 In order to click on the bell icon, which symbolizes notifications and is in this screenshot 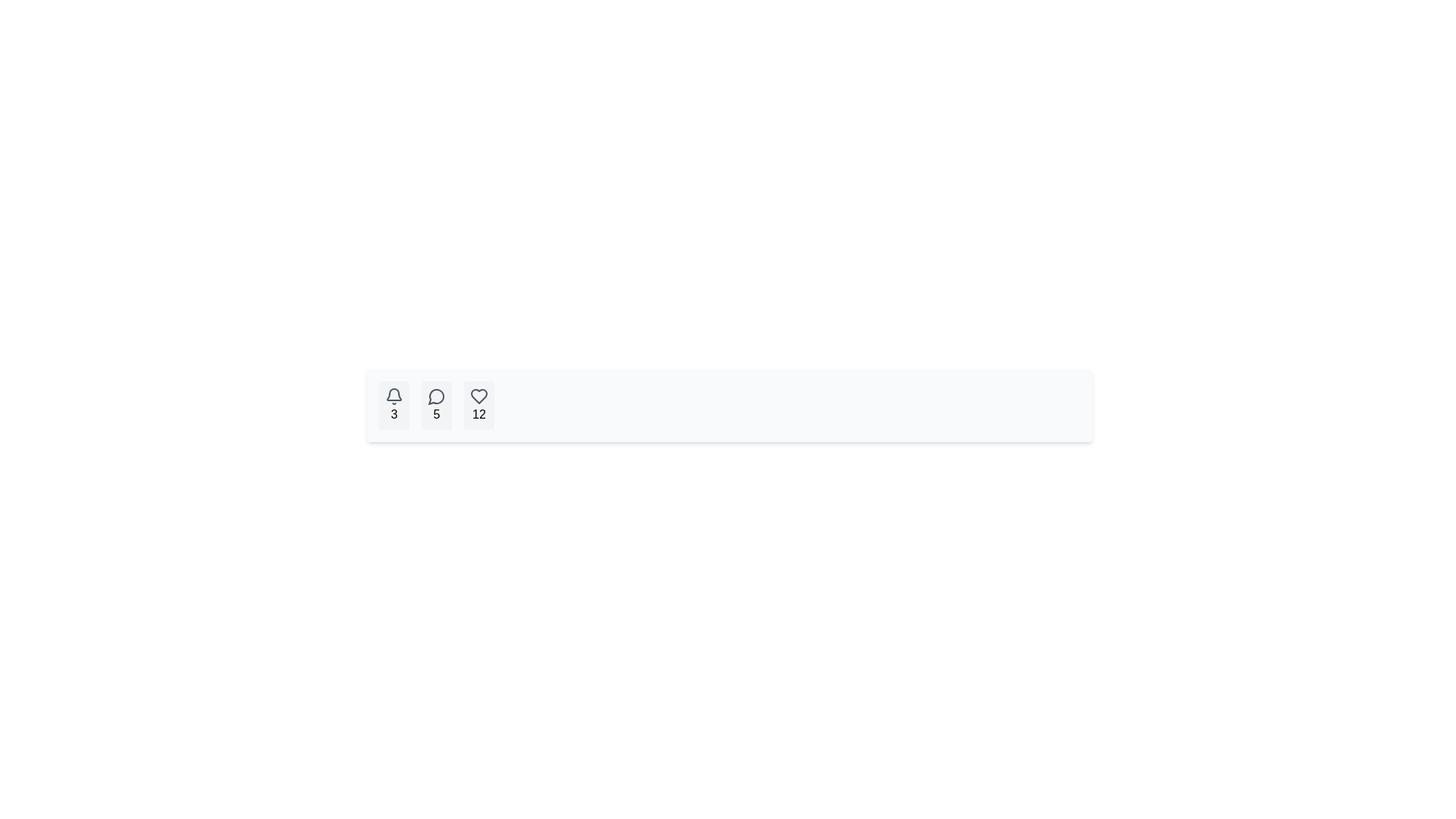, I will do `click(394, 396)`.